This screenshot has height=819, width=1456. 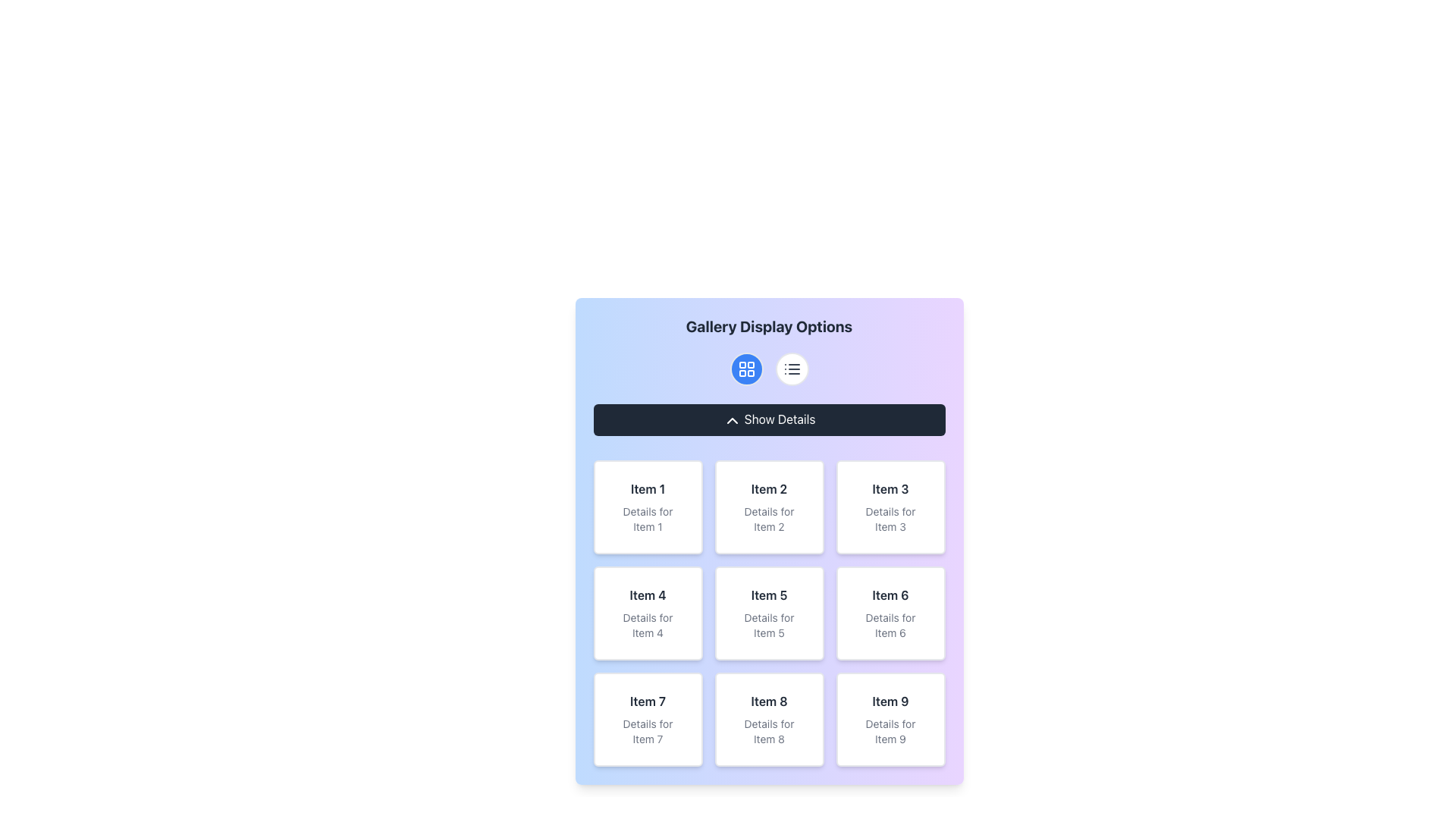 What do you see at coordinates (769, 701) in the screenshot?
I see `the Text Label that identifies the grid item titled 'Item 8', located in the central column of the bottom row of a 3x3 grid layout` at bounding box center [769, 701].